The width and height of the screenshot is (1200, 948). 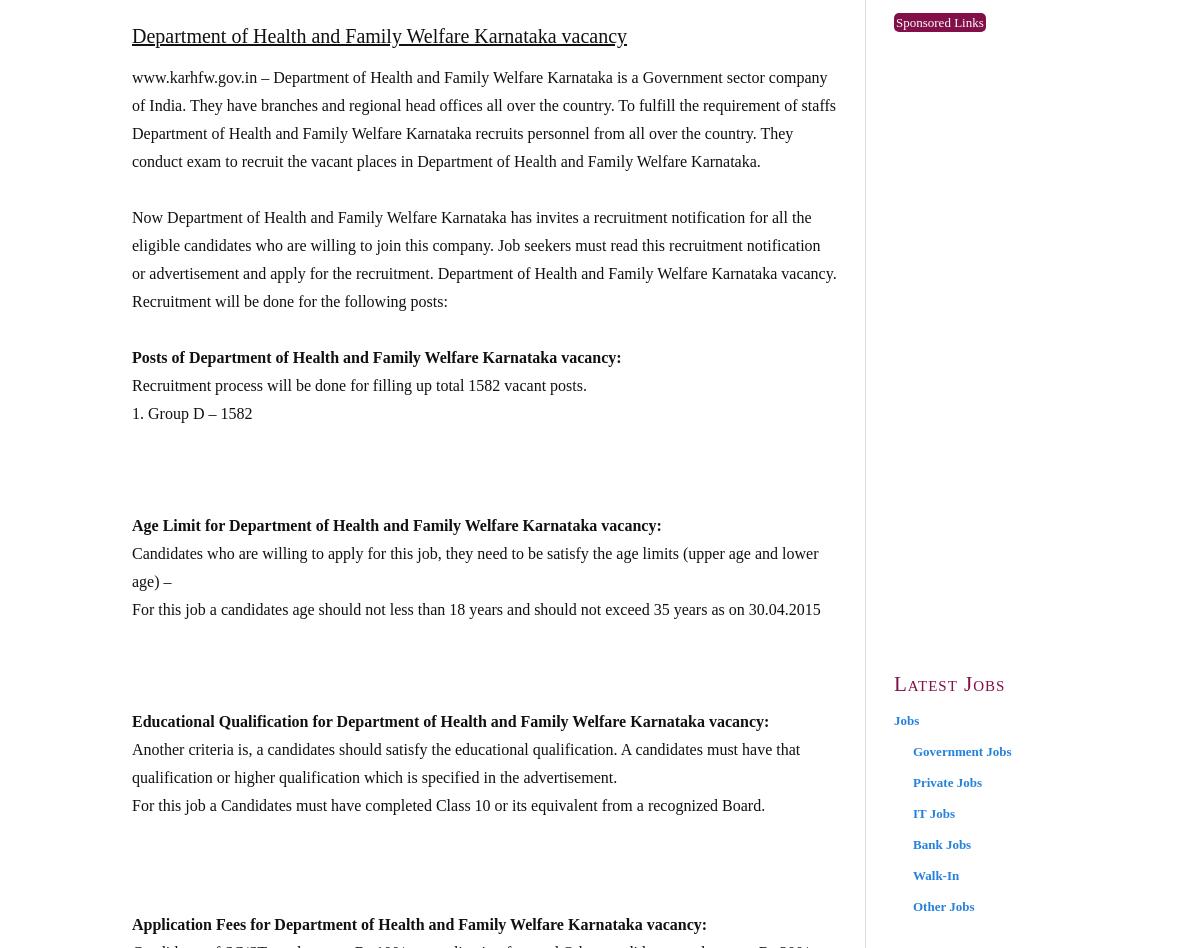 What do you see at coordinates (132, 923) in the screenshot?
I see `'Application Fees for Department of Health and Family Welfare Karnataka vacancy:'` at bounding box center [132, 923].